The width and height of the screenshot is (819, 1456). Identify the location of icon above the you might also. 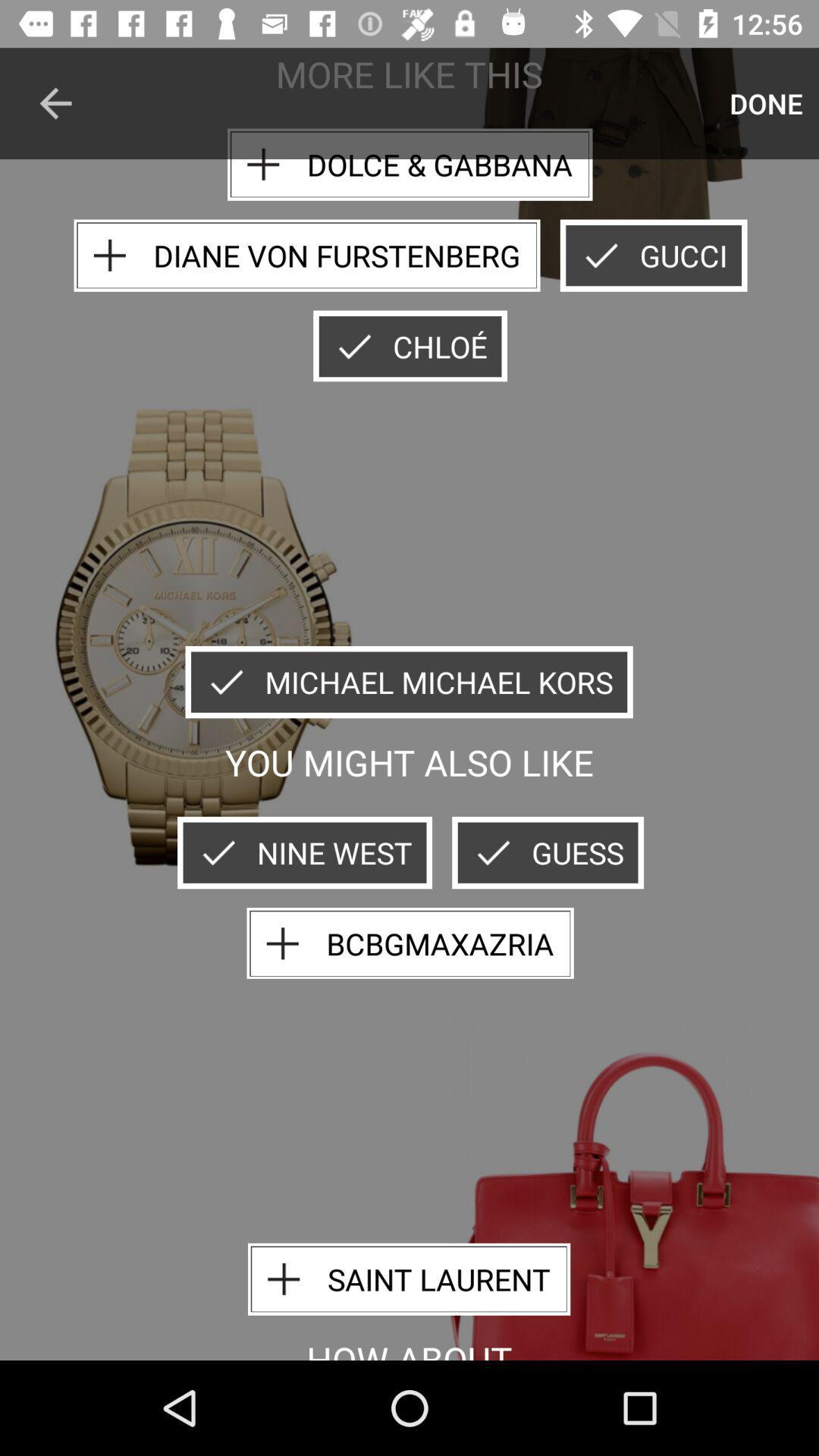
(408, 681).